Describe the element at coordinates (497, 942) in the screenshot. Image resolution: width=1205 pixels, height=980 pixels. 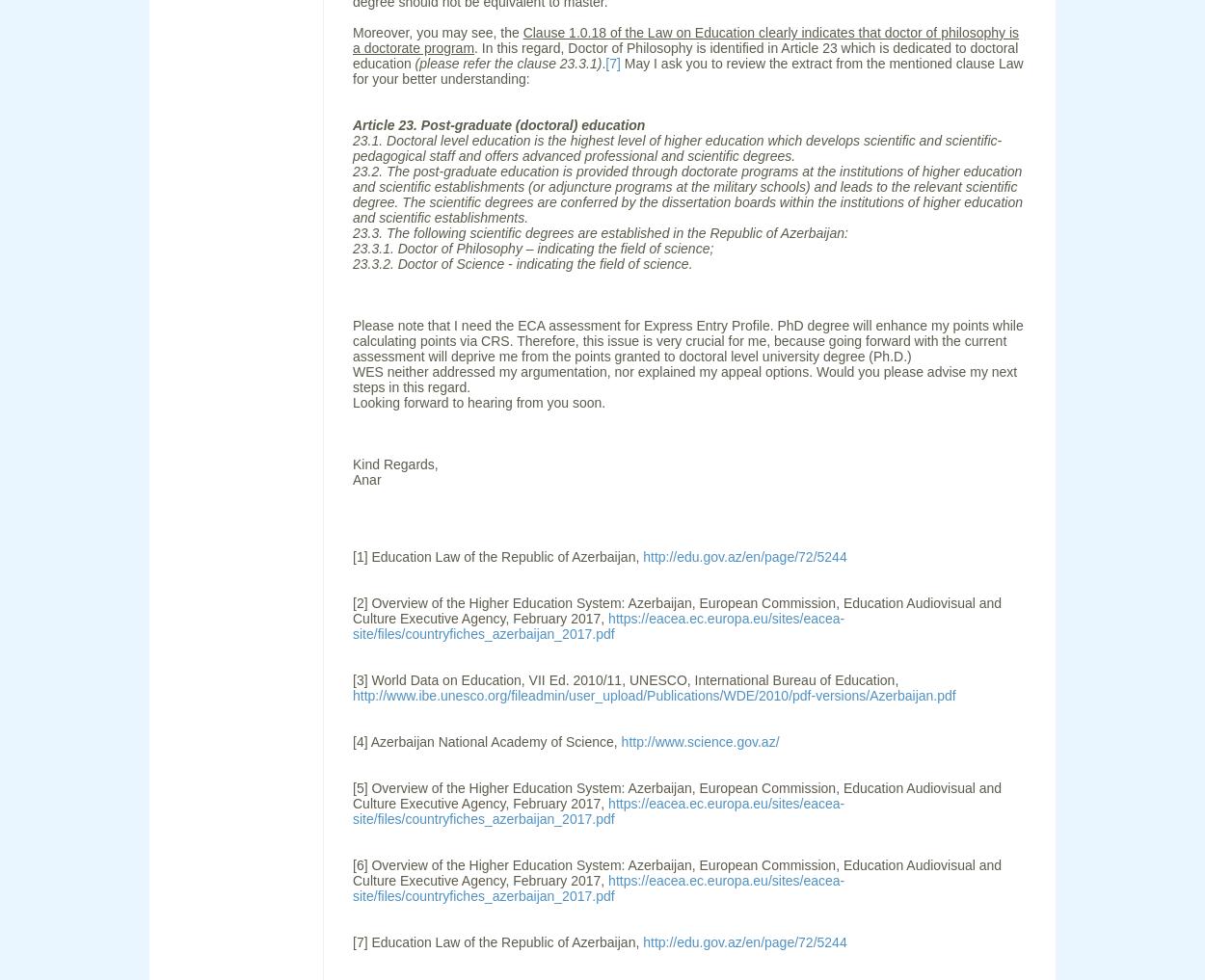
I see `'[7] Education Law of the Republic of Azerbaijan,'` at that location.